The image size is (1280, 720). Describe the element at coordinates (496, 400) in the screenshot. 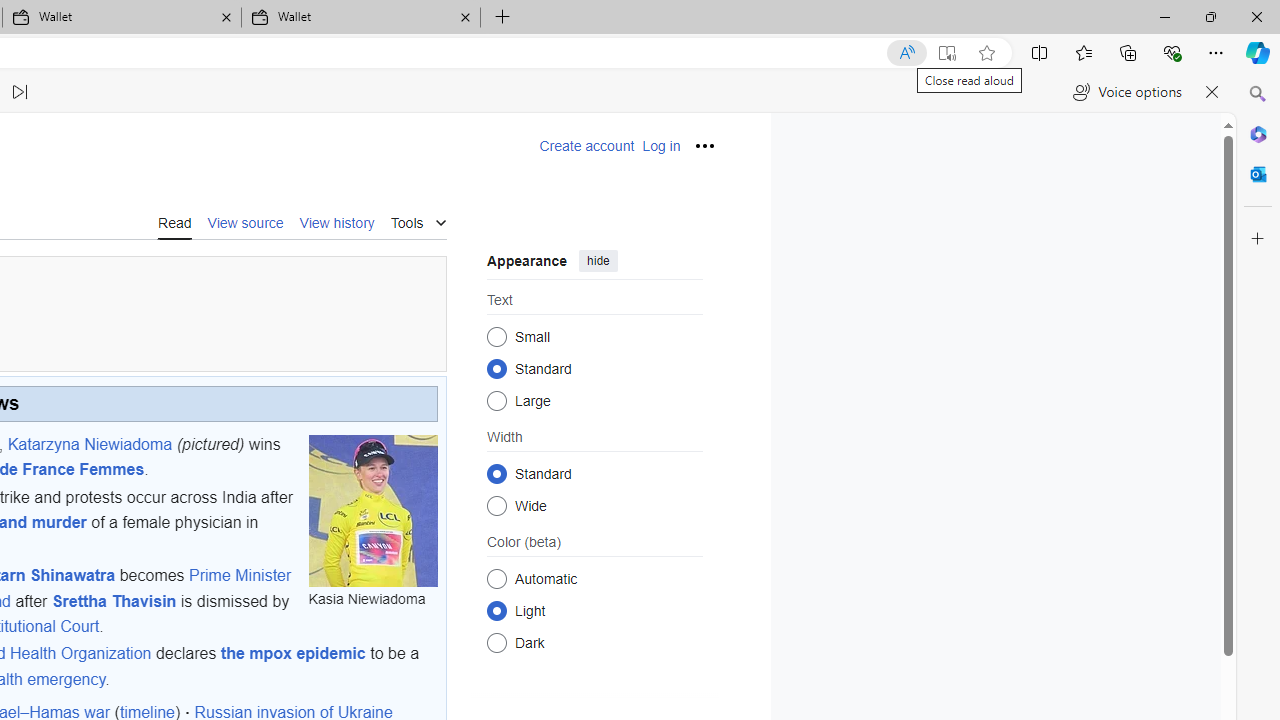

I see `'Large'` at that location.